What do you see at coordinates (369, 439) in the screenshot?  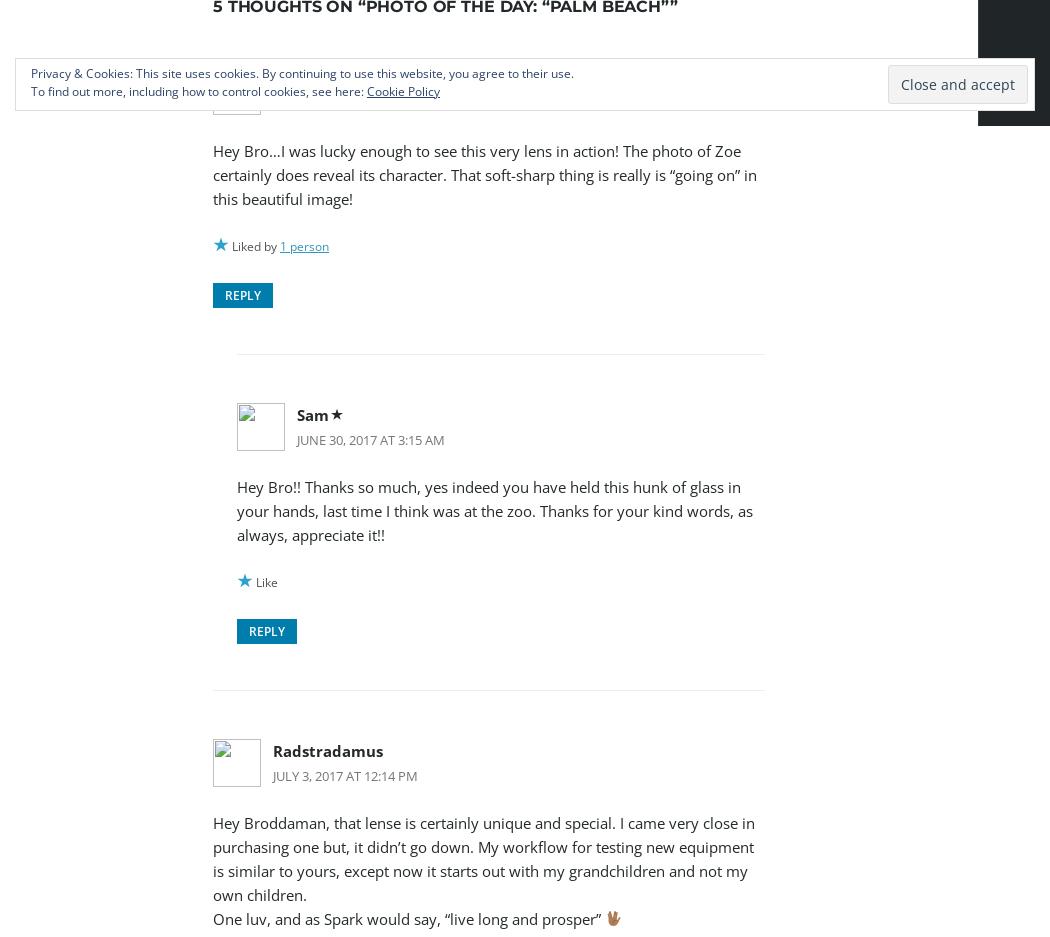 I see `'June 30, 2017 at 3:15 am'` at bounding box center [369, 439].